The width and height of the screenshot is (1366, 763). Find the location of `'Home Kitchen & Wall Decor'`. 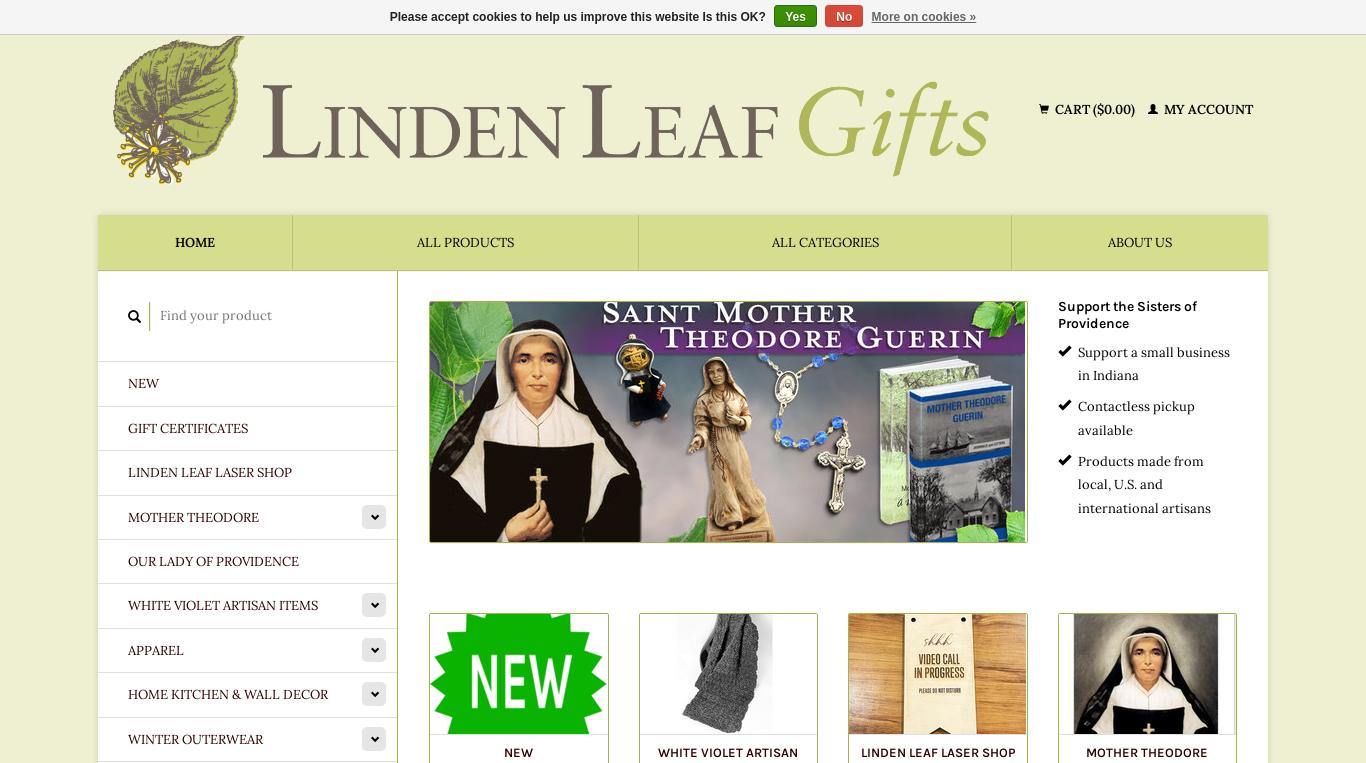

'Home Kitchen & Wall Decor' is located at coordinates (226, 693).